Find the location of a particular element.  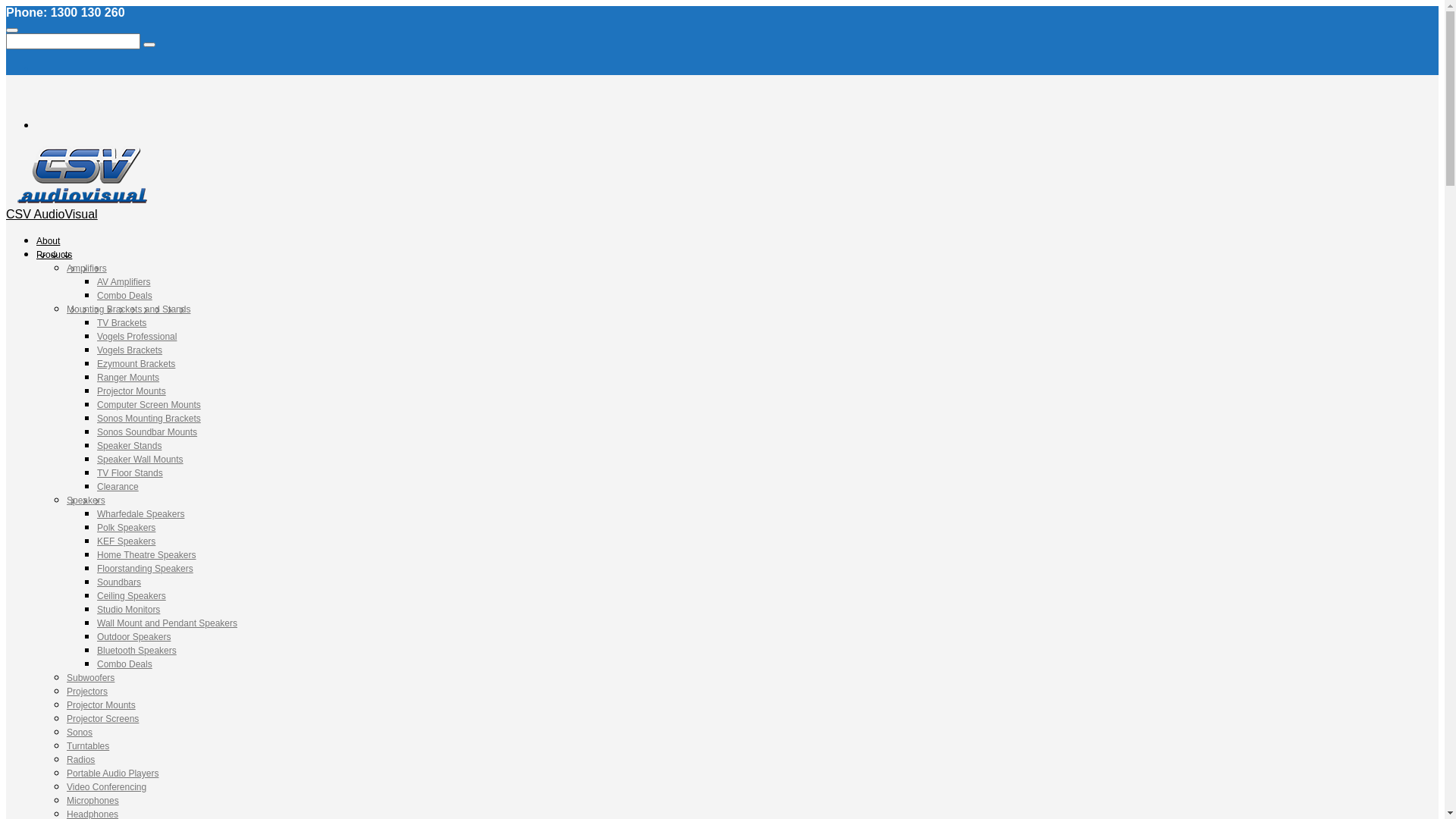

'Home Theatre Speakers' is located at coordinates (146, 555).